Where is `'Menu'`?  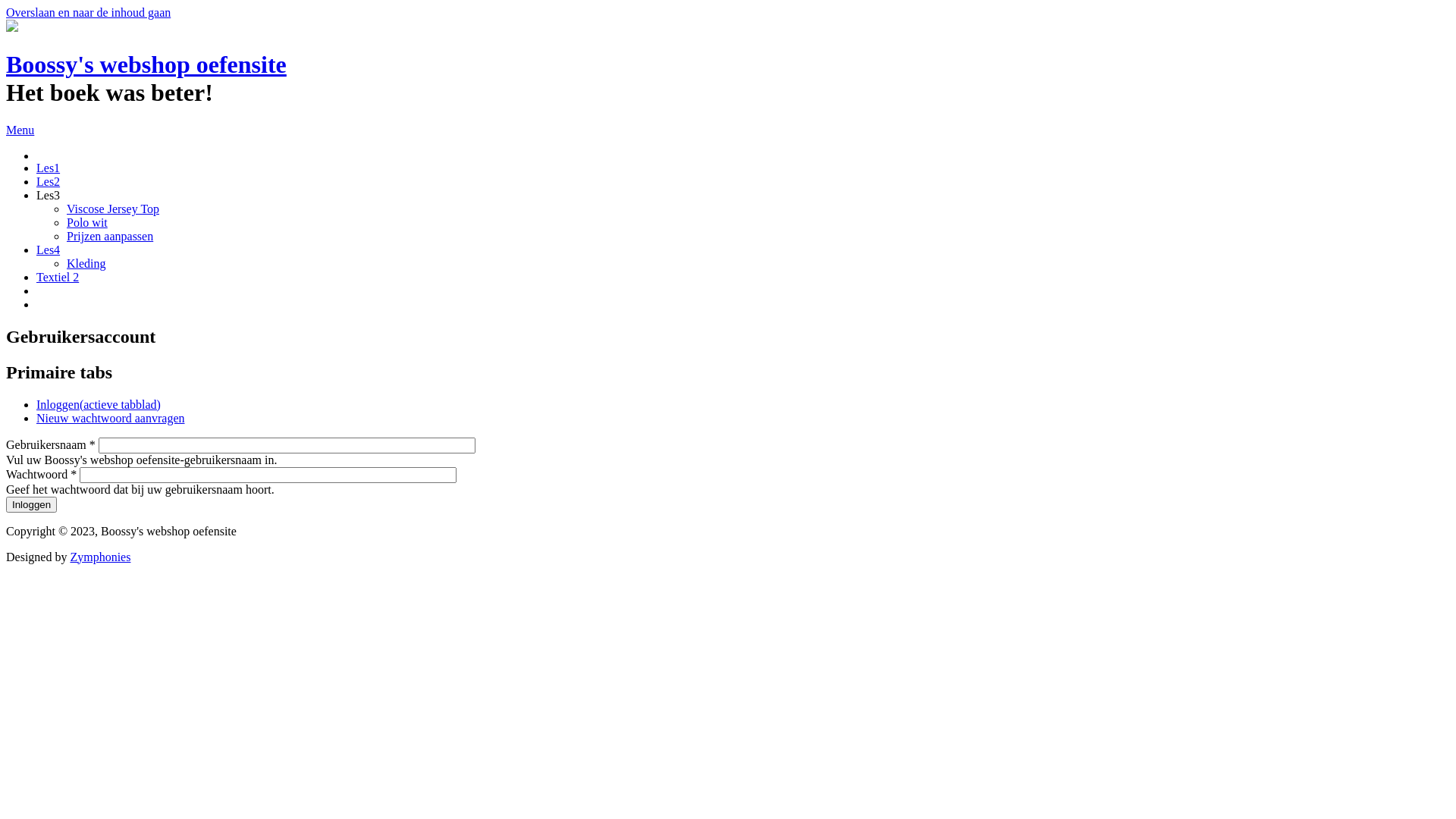 'Menu' is located at coordinates (6, 129).